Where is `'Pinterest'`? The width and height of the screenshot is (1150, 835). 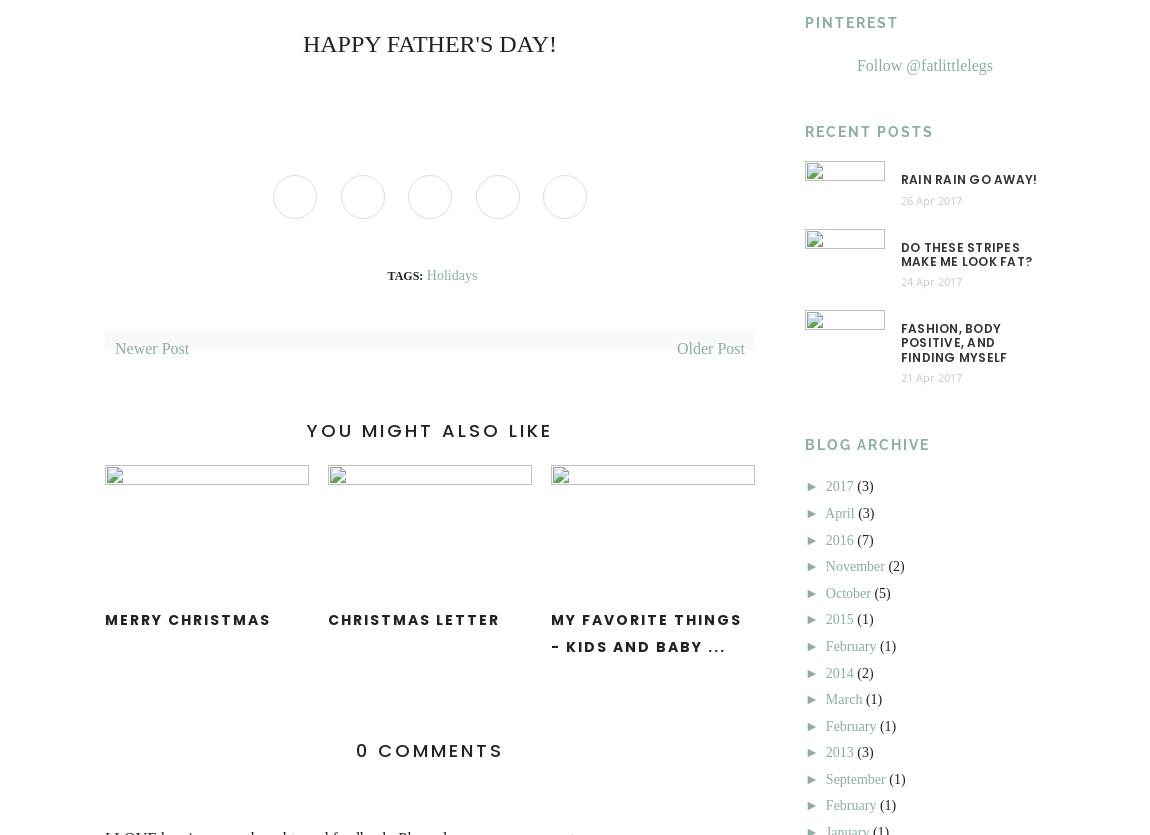
'Pinterest' is located at coordinates (851, 22).